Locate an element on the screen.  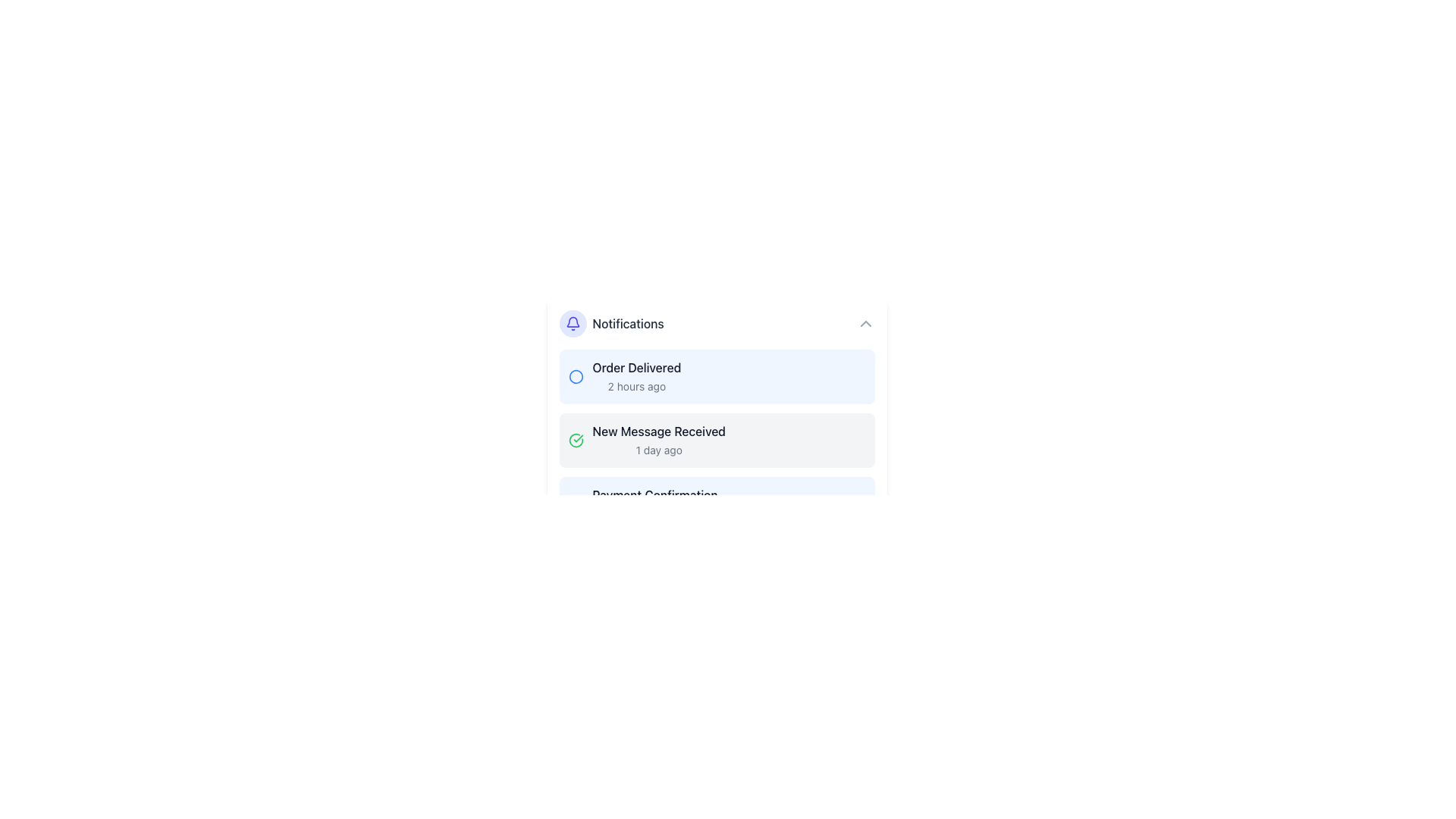
the second notification item in the Notifications section is located at coordinates (716, 441).